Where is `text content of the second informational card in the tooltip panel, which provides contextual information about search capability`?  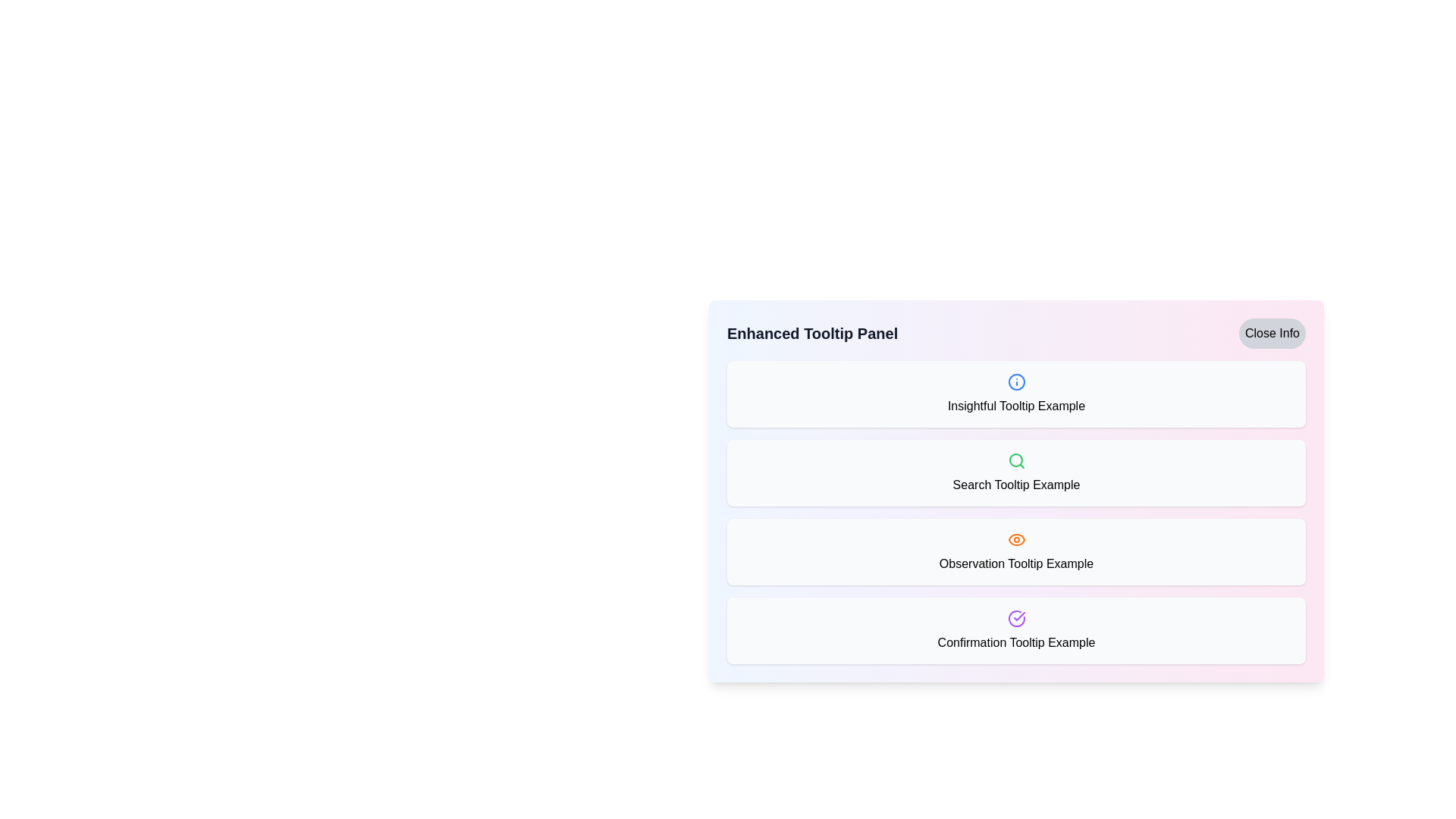
text content of the second informational card in the tooltip panel, which provides contextual information about search capability is located at coordinates (1016, 491).